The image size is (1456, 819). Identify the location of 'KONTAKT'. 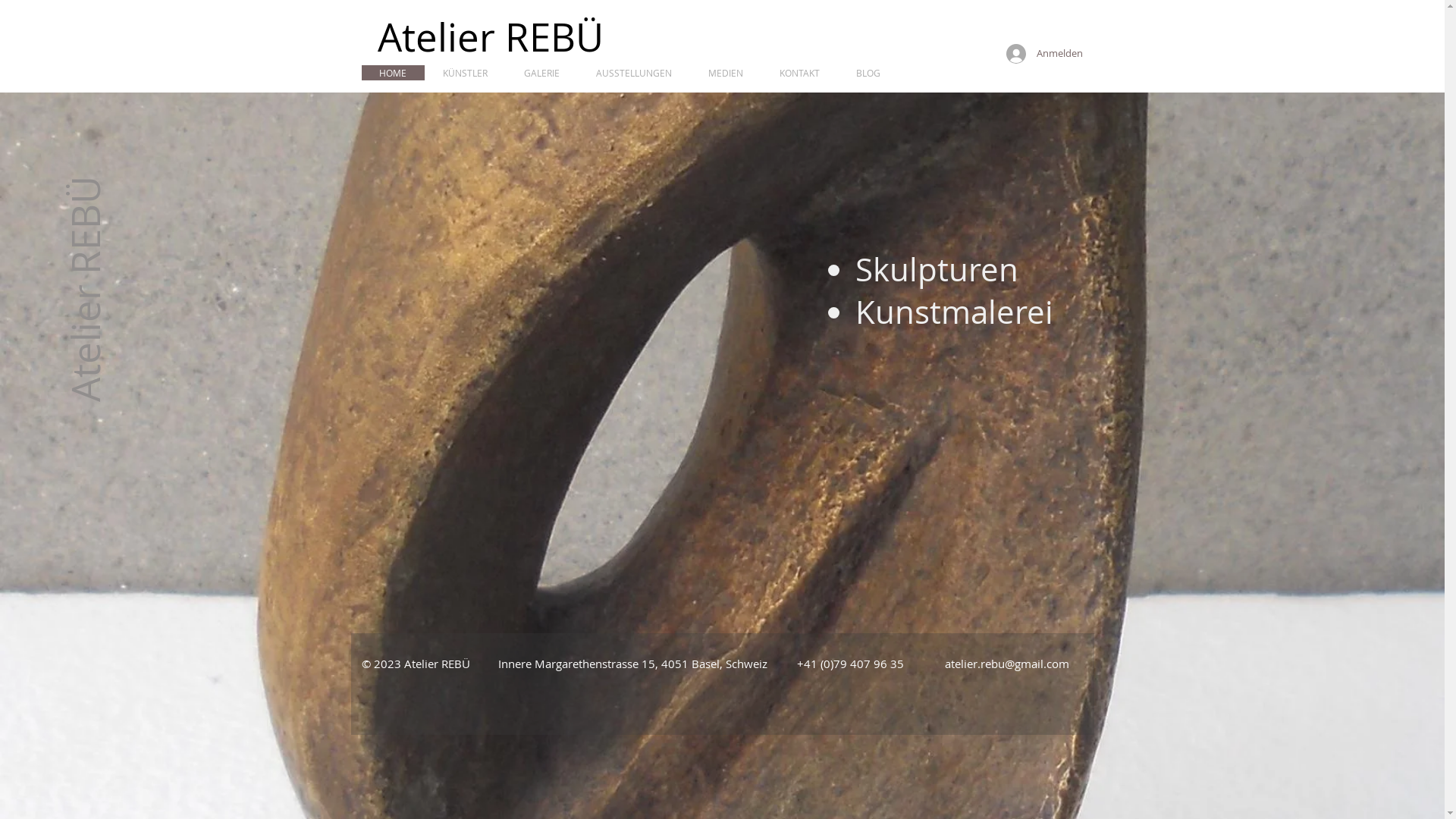
(761, 73).